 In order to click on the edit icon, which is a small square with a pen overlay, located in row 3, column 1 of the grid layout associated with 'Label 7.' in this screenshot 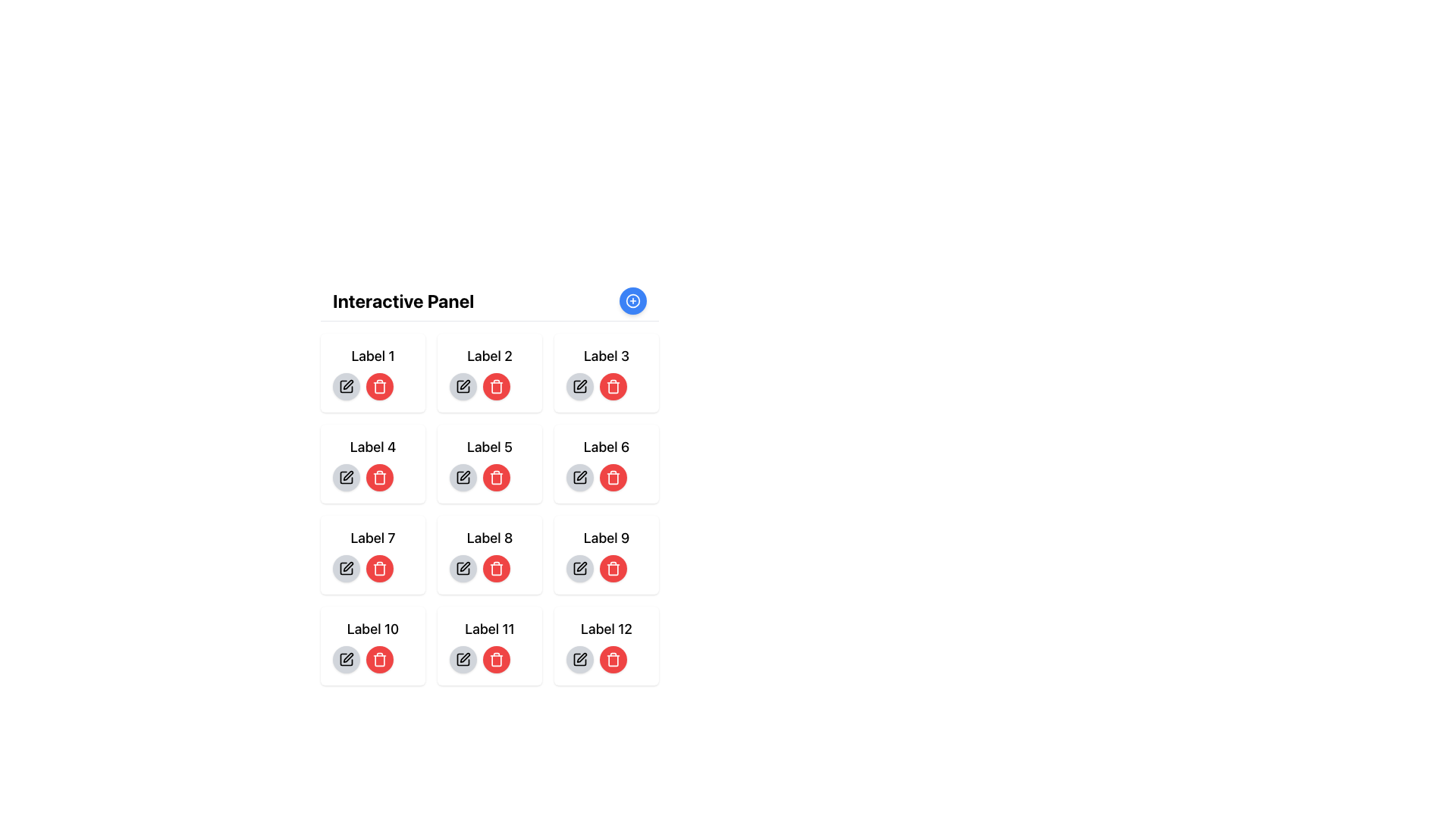, I will do `click(345, 568)`.